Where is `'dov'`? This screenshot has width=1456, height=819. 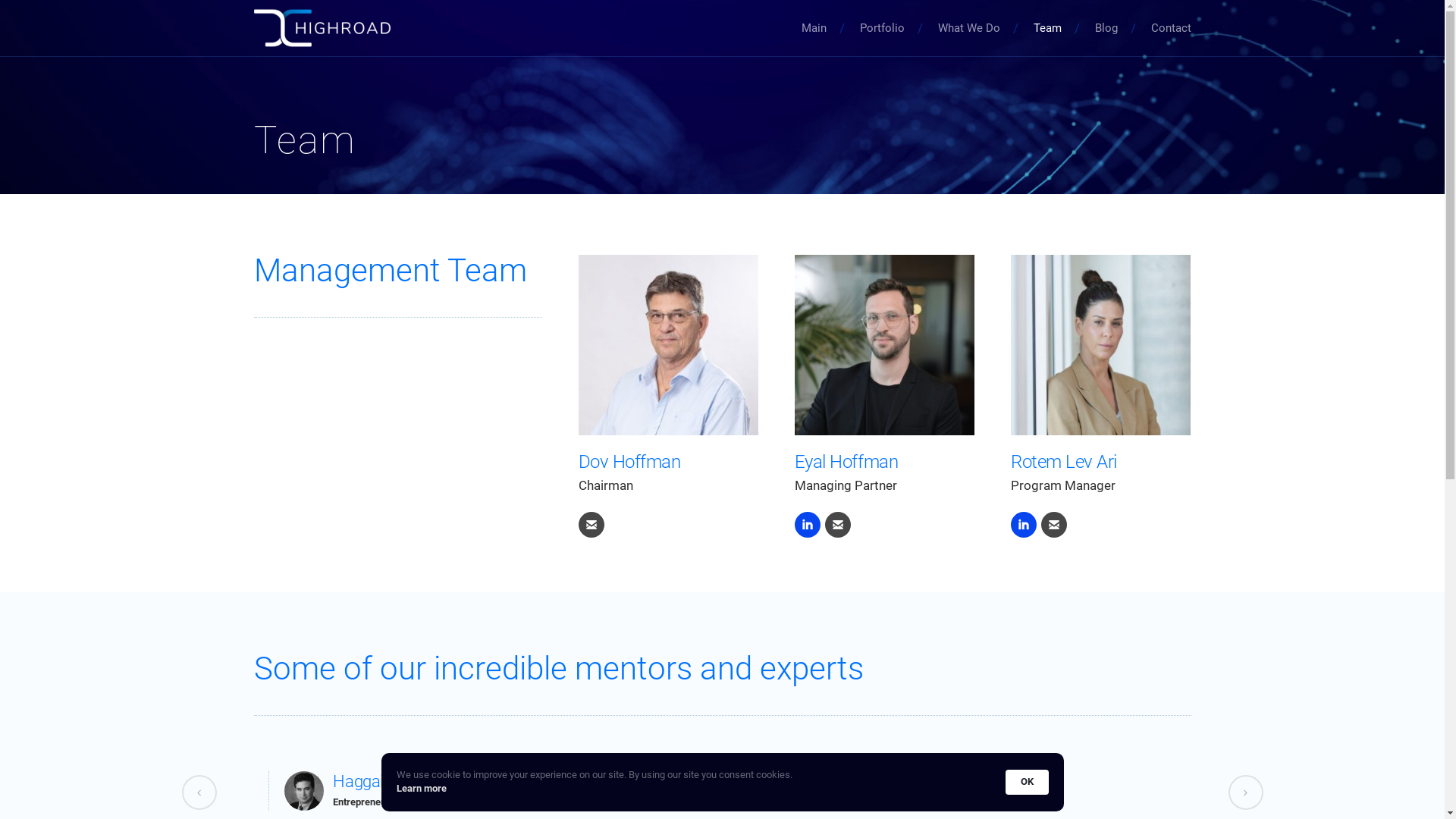
'dov' is located at coordinates (667, 344).